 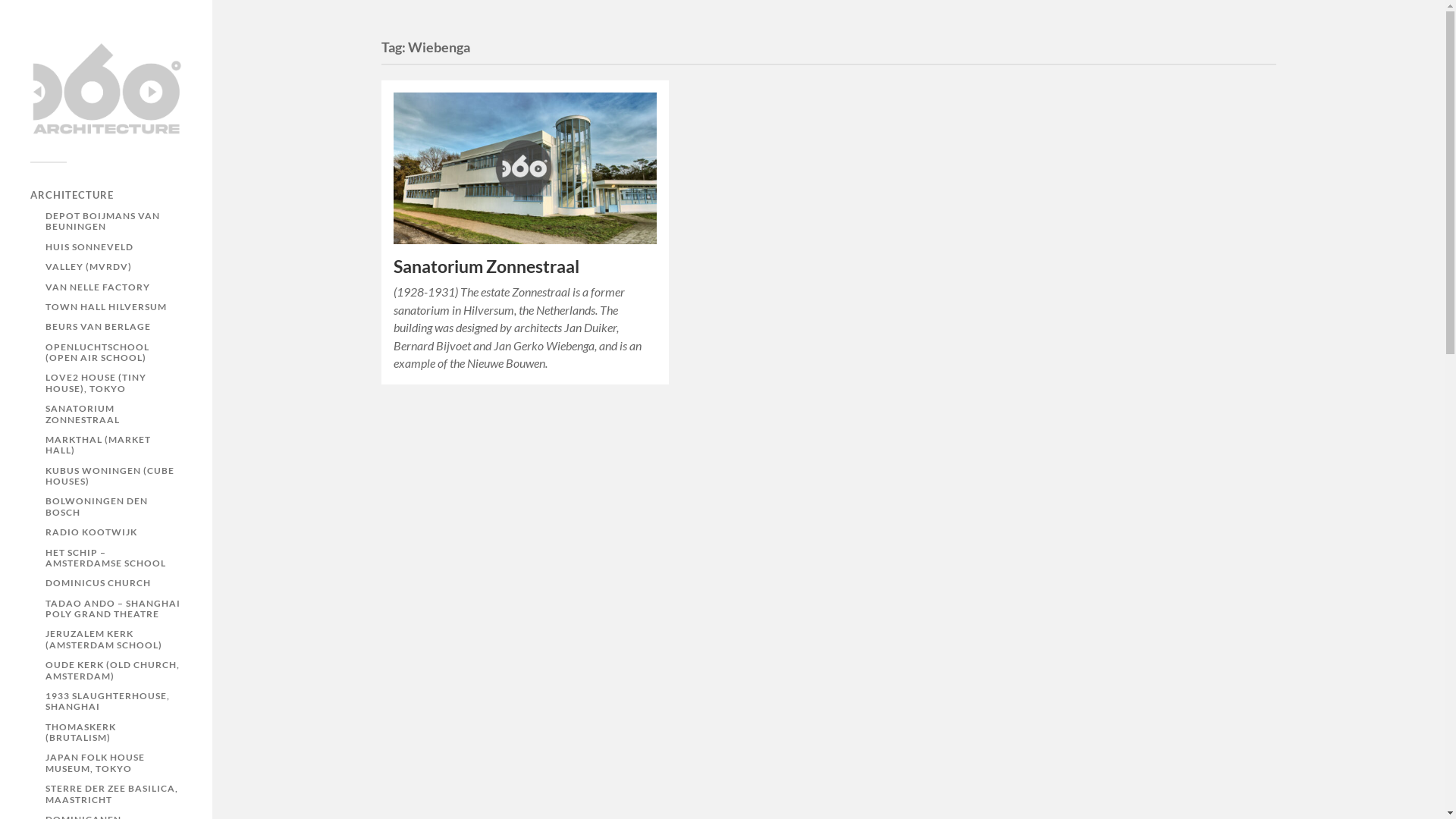 I want to click on 'SANATORIUM ZONNESTRAAL', so click(x=82, y=413).